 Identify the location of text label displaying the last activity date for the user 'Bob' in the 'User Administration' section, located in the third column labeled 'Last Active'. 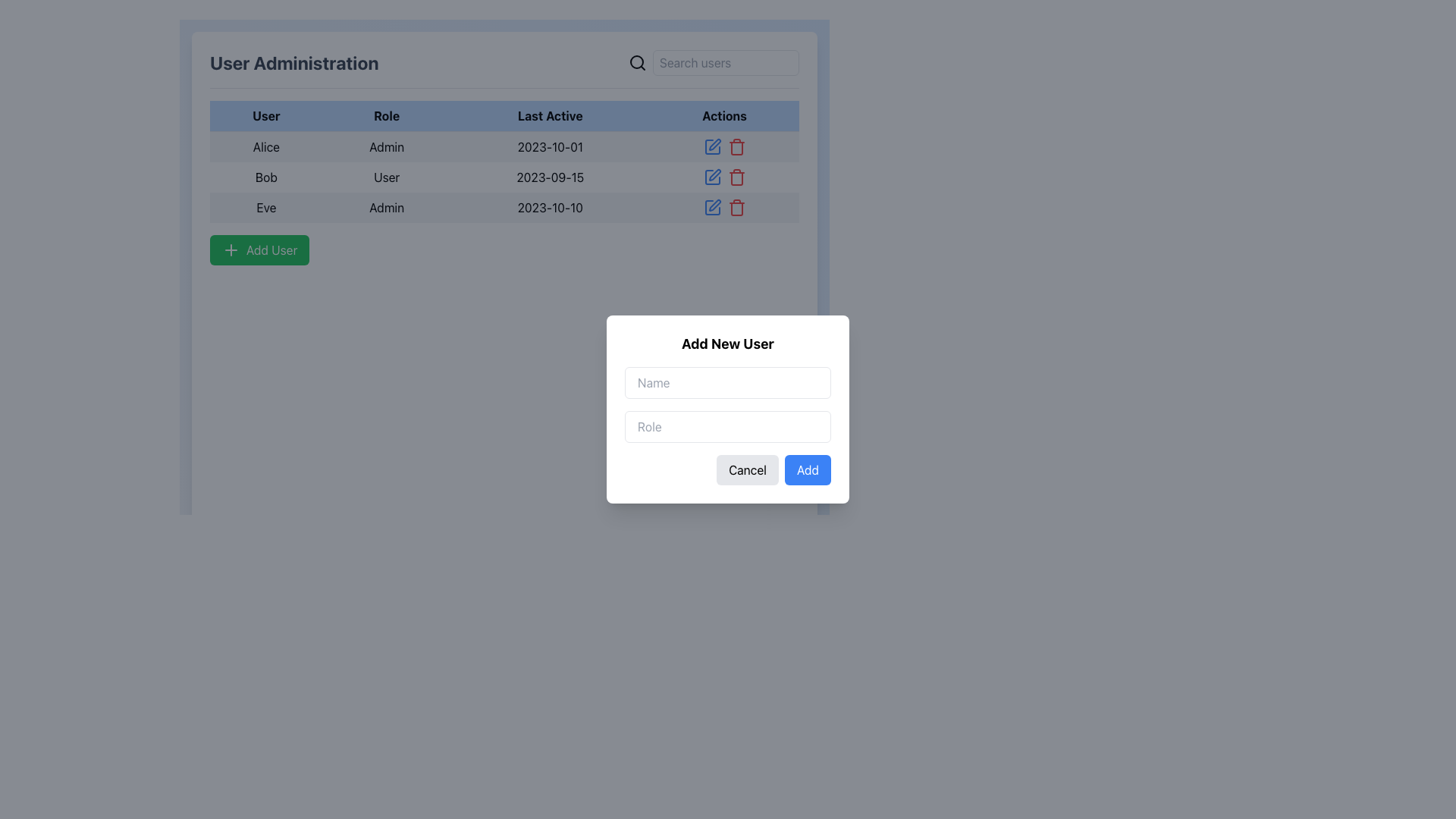
(549, 177).